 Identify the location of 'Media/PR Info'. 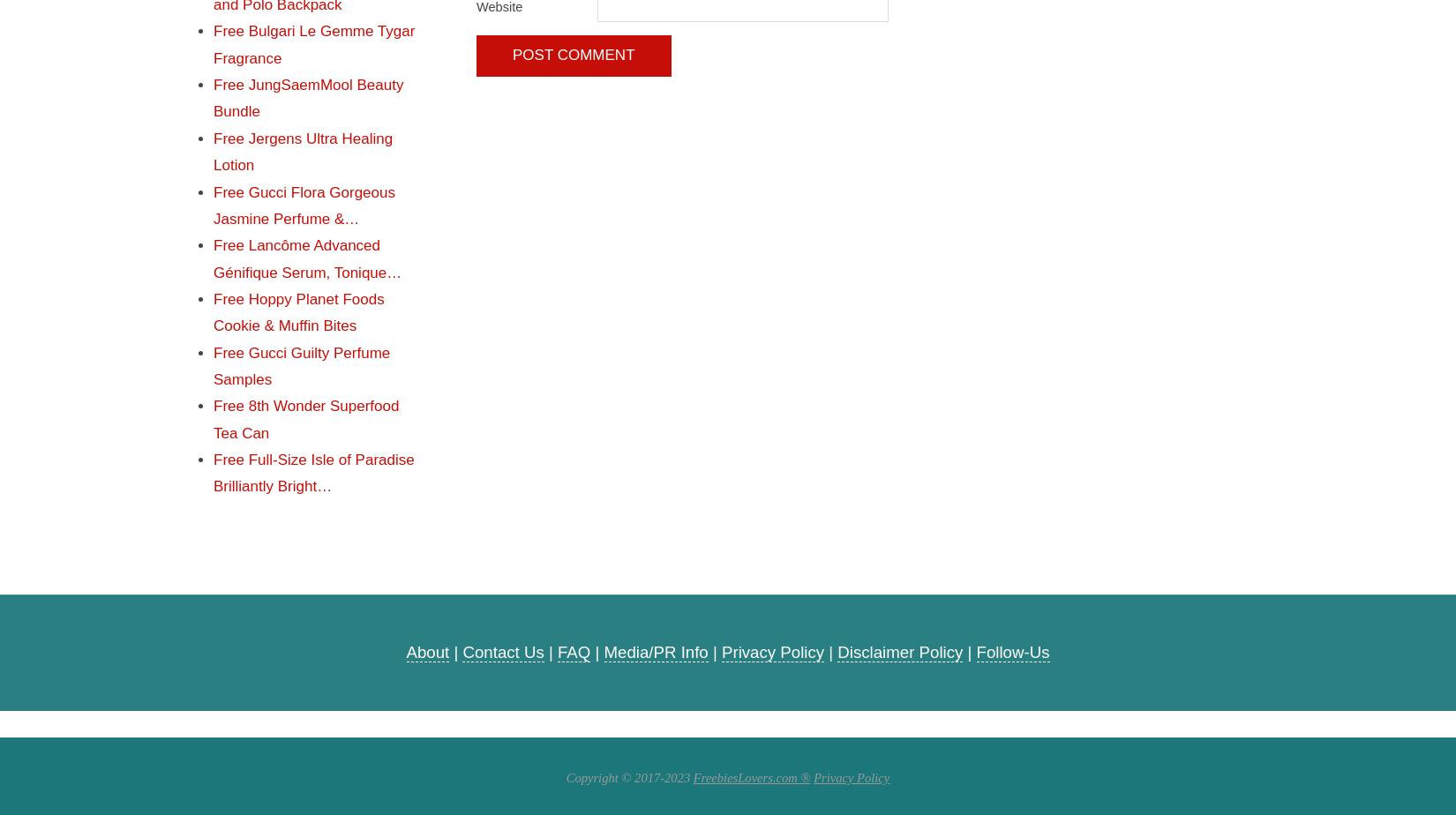
(654, 651).